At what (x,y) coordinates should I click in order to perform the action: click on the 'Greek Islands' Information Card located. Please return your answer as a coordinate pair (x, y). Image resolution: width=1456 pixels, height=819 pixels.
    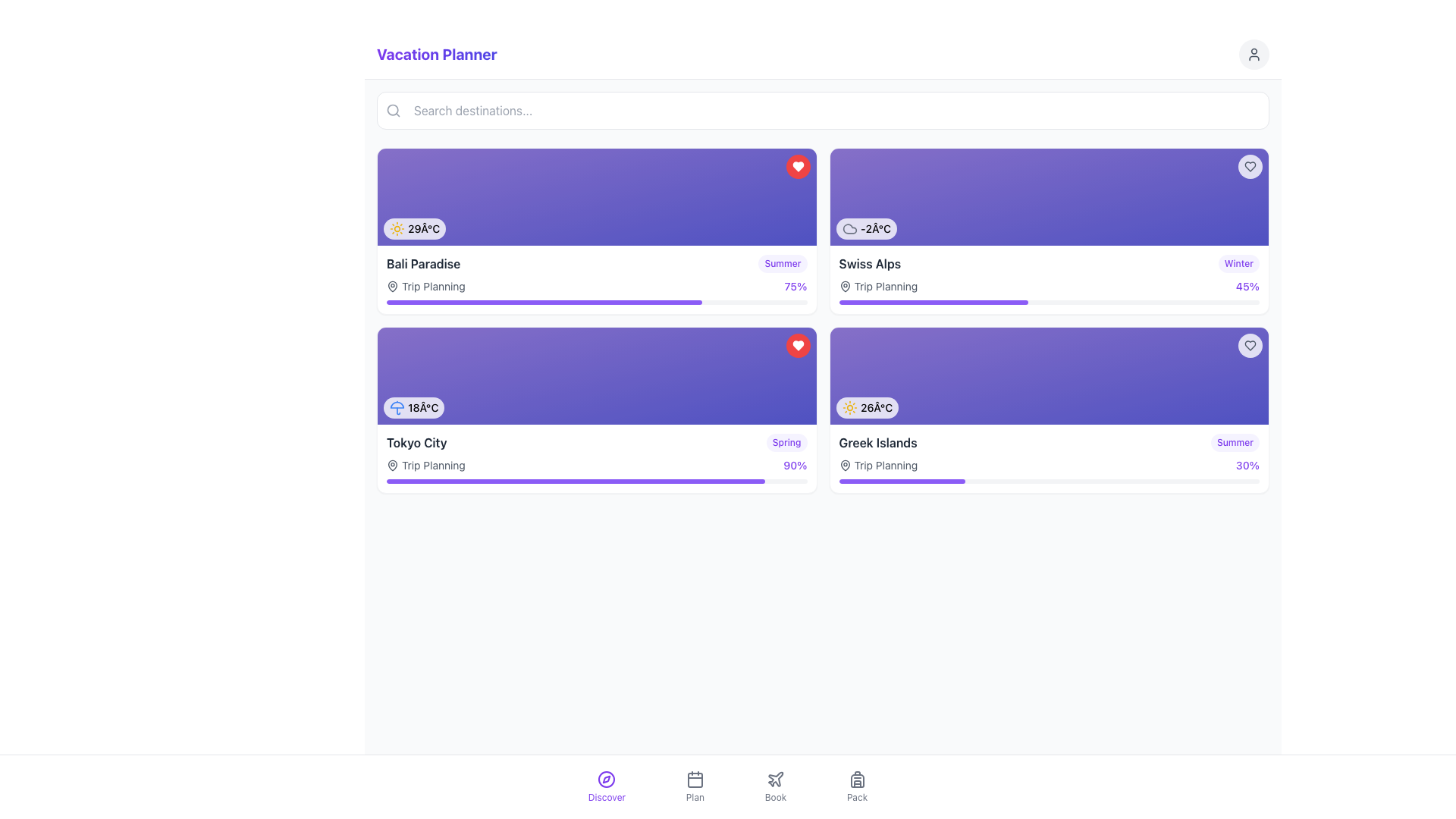
    Looking at the image, I should click on (1048, 458).